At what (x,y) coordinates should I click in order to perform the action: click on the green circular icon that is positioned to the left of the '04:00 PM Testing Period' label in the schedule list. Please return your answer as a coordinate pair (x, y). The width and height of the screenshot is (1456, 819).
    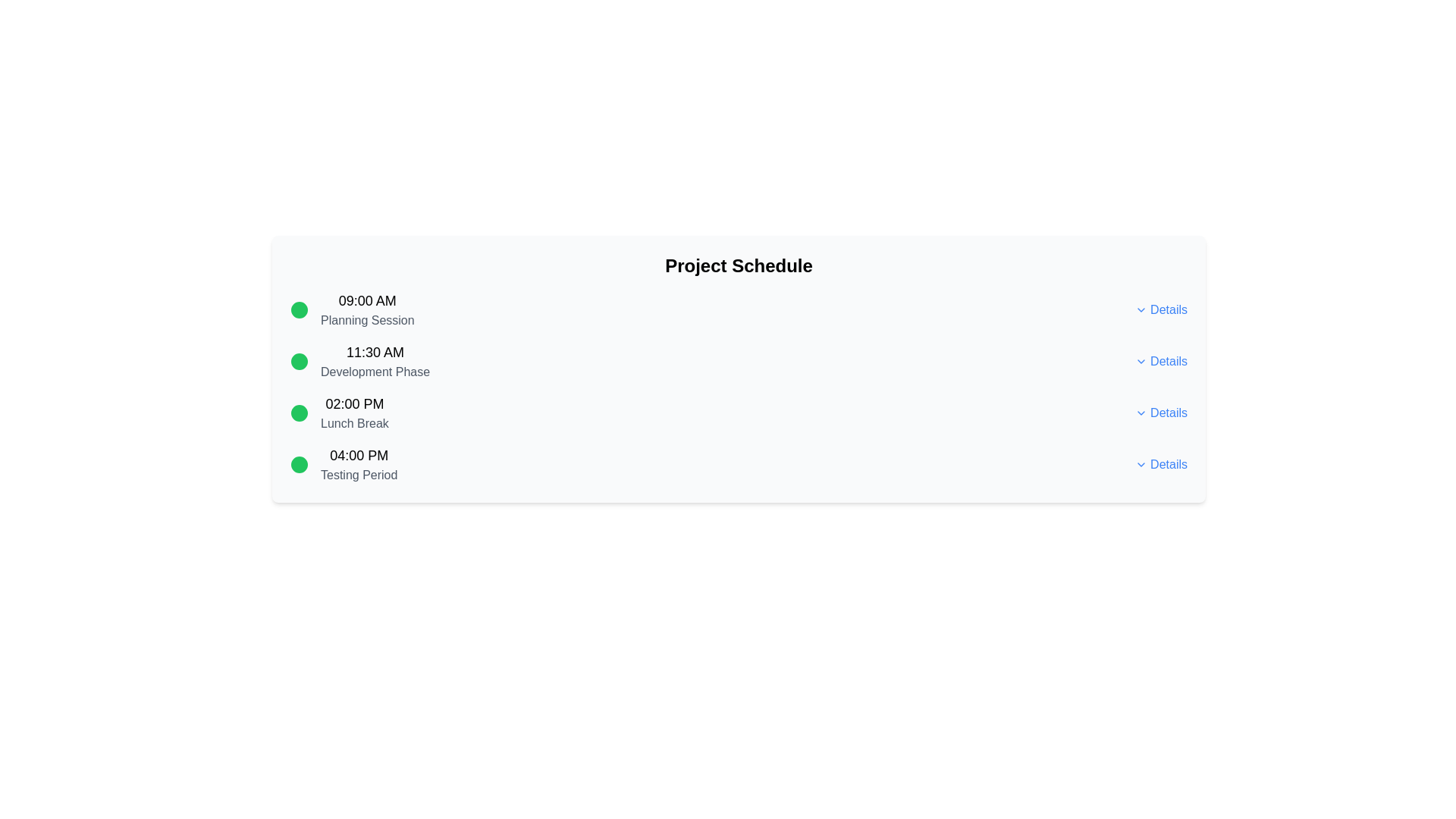
    Looking at the image, I should click on (299, 464).